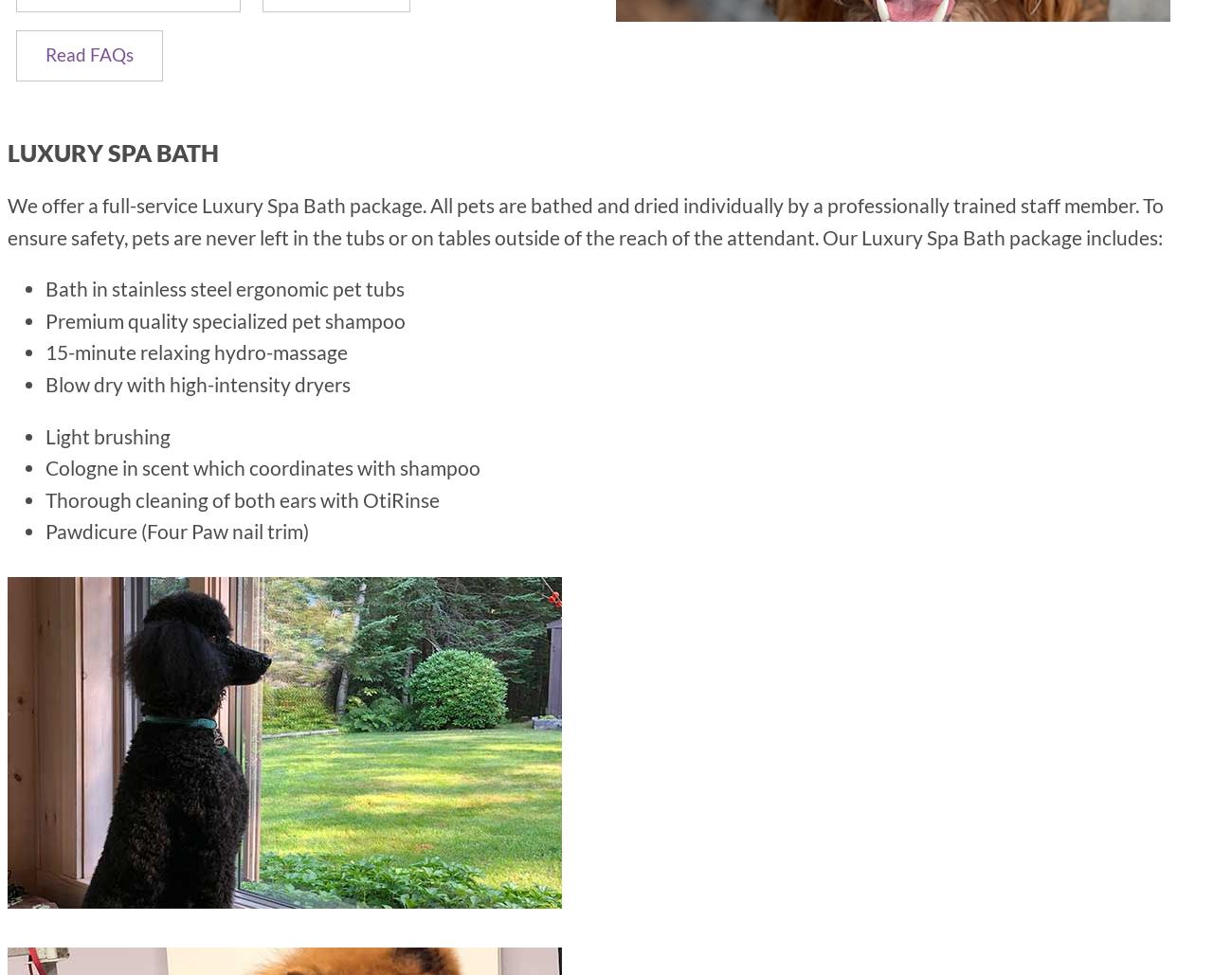 This screenshot has height=975, width=1232. What do you see at coordinates (112, 153) in the screenshot?
I see `'Luxury Spa Bath'` at bounding box center [112, 153].